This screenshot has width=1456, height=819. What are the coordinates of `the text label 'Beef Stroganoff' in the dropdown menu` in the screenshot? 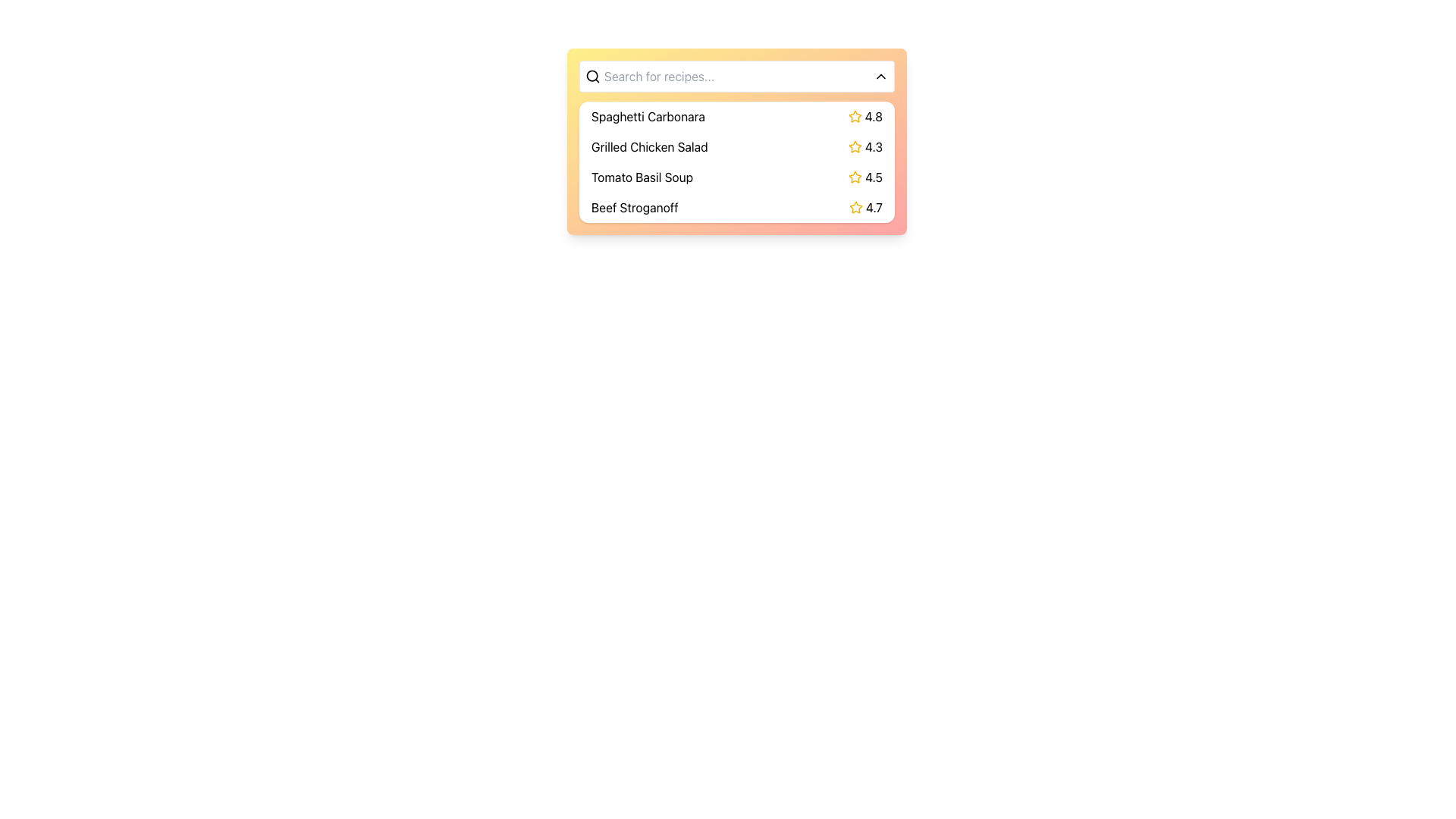 It's located at (635, 207).